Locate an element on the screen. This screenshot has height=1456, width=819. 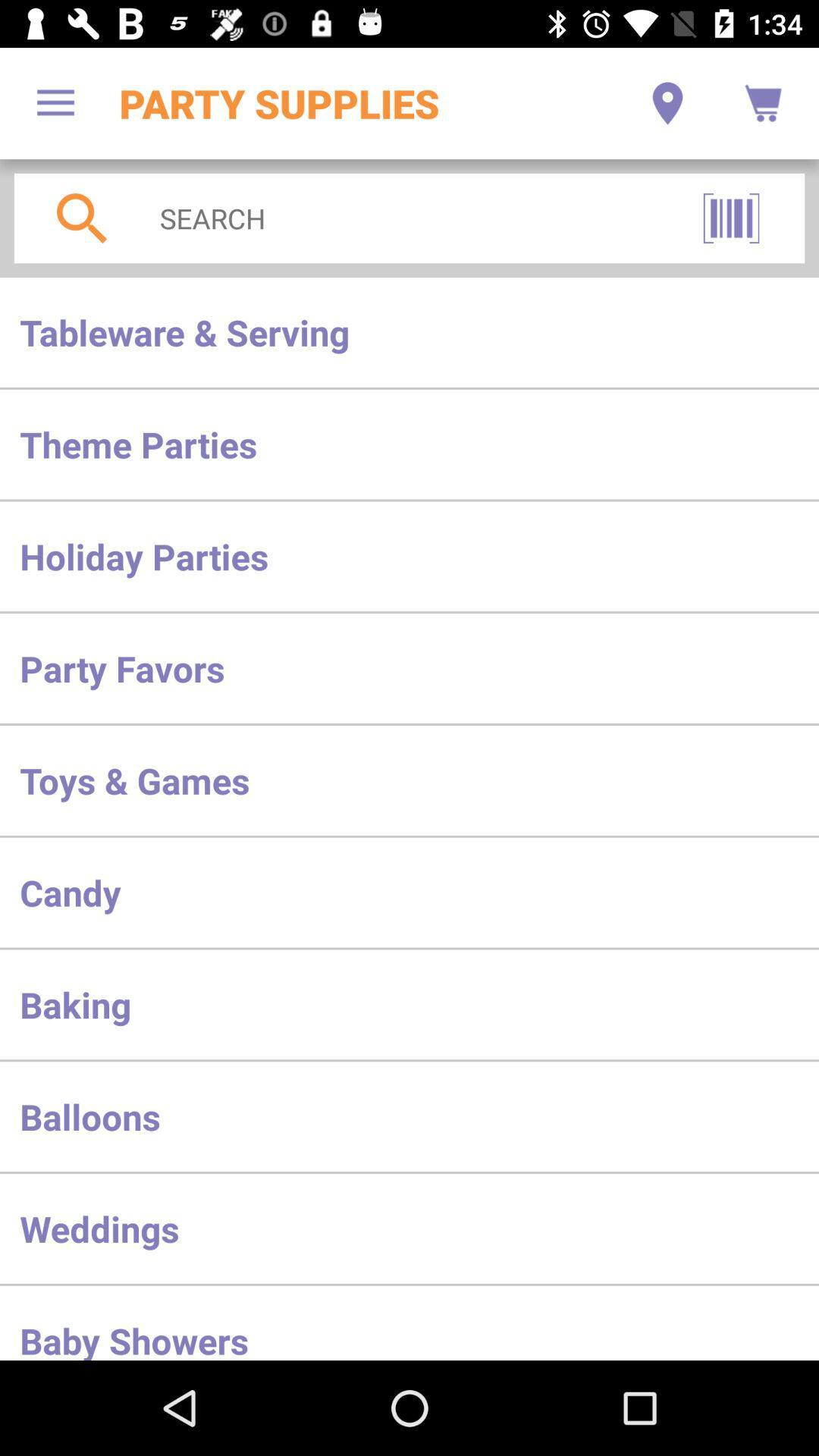
the item below the theme parties item is located at coordinates (409, 555).